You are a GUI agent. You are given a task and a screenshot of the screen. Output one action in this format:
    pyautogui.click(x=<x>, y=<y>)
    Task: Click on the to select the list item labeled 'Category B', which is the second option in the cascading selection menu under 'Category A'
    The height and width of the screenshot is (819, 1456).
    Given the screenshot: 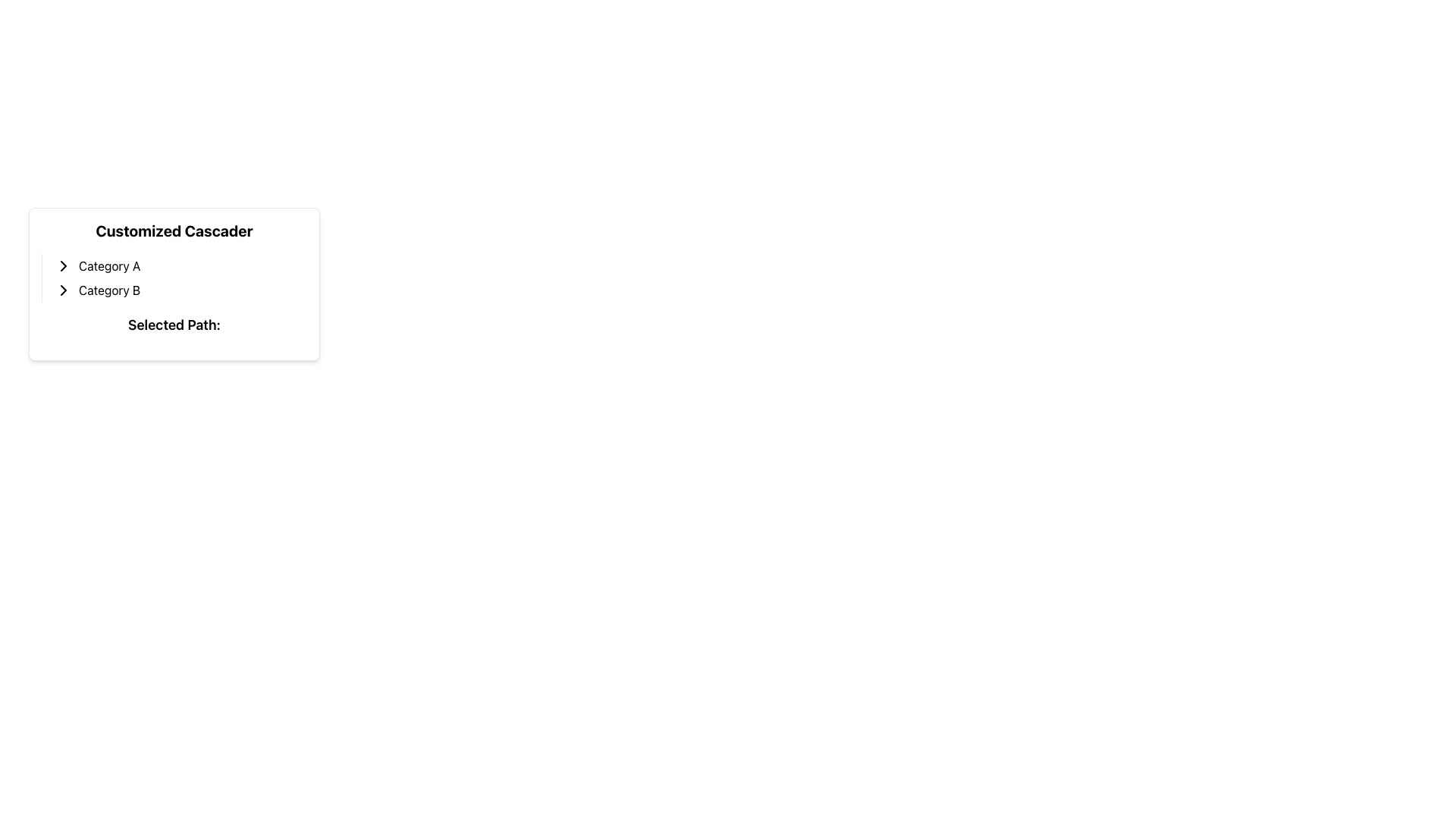 What is the action you would take?
    pyautogui.click(x=180, y=290)
    